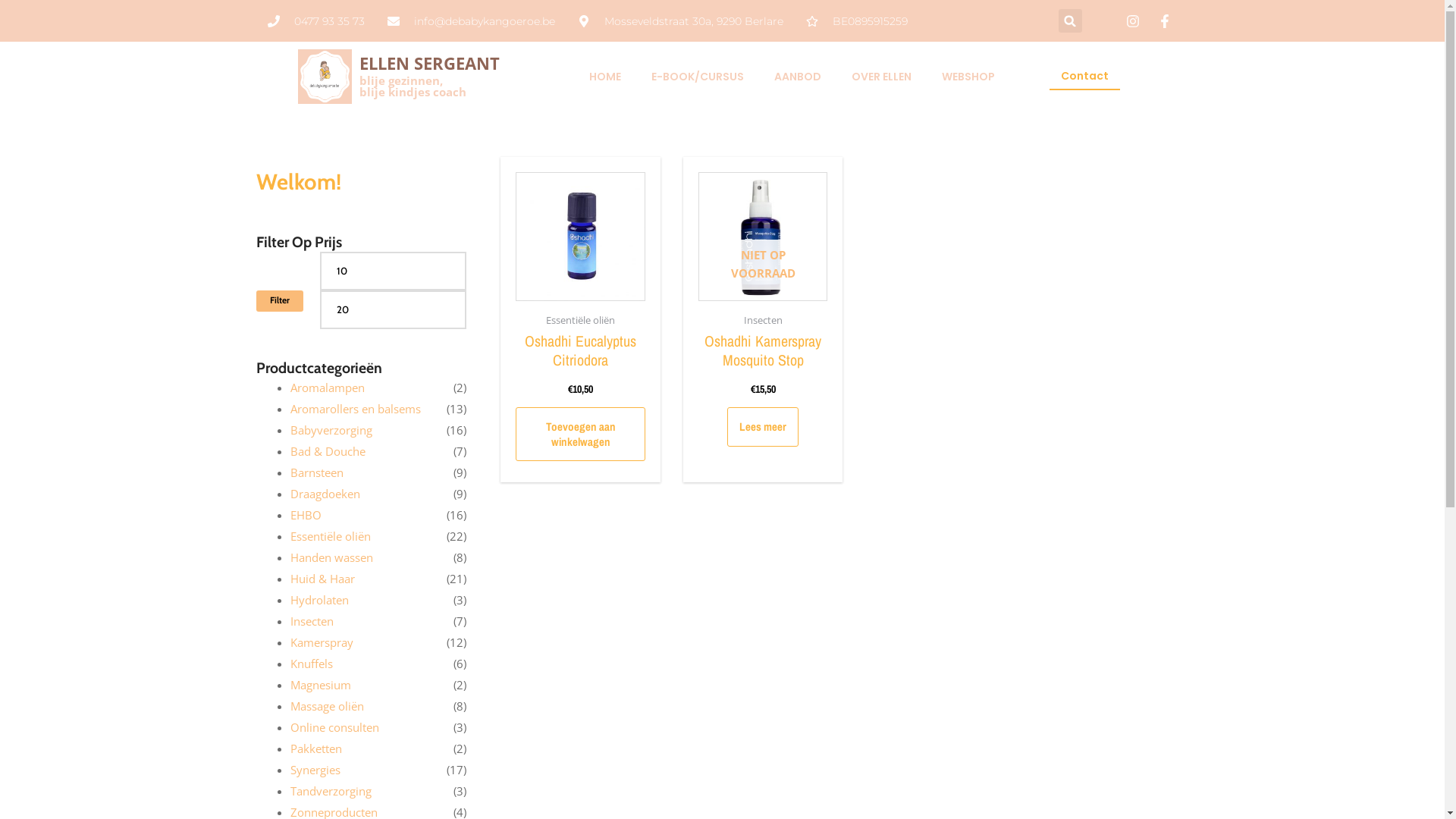  I want to click on 'Tandverzorging', so click(329, 789).